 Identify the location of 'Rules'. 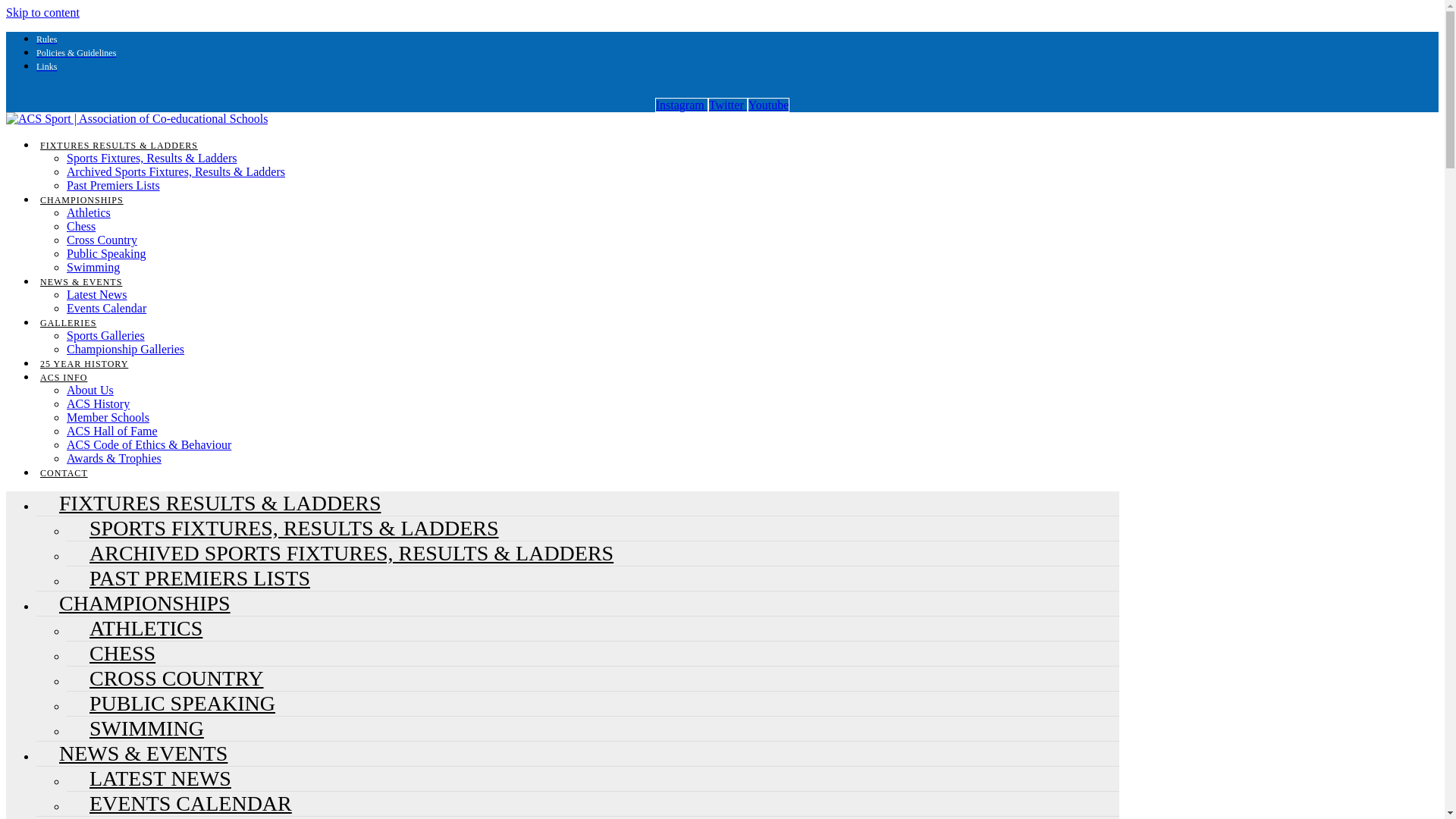
(46, 38).